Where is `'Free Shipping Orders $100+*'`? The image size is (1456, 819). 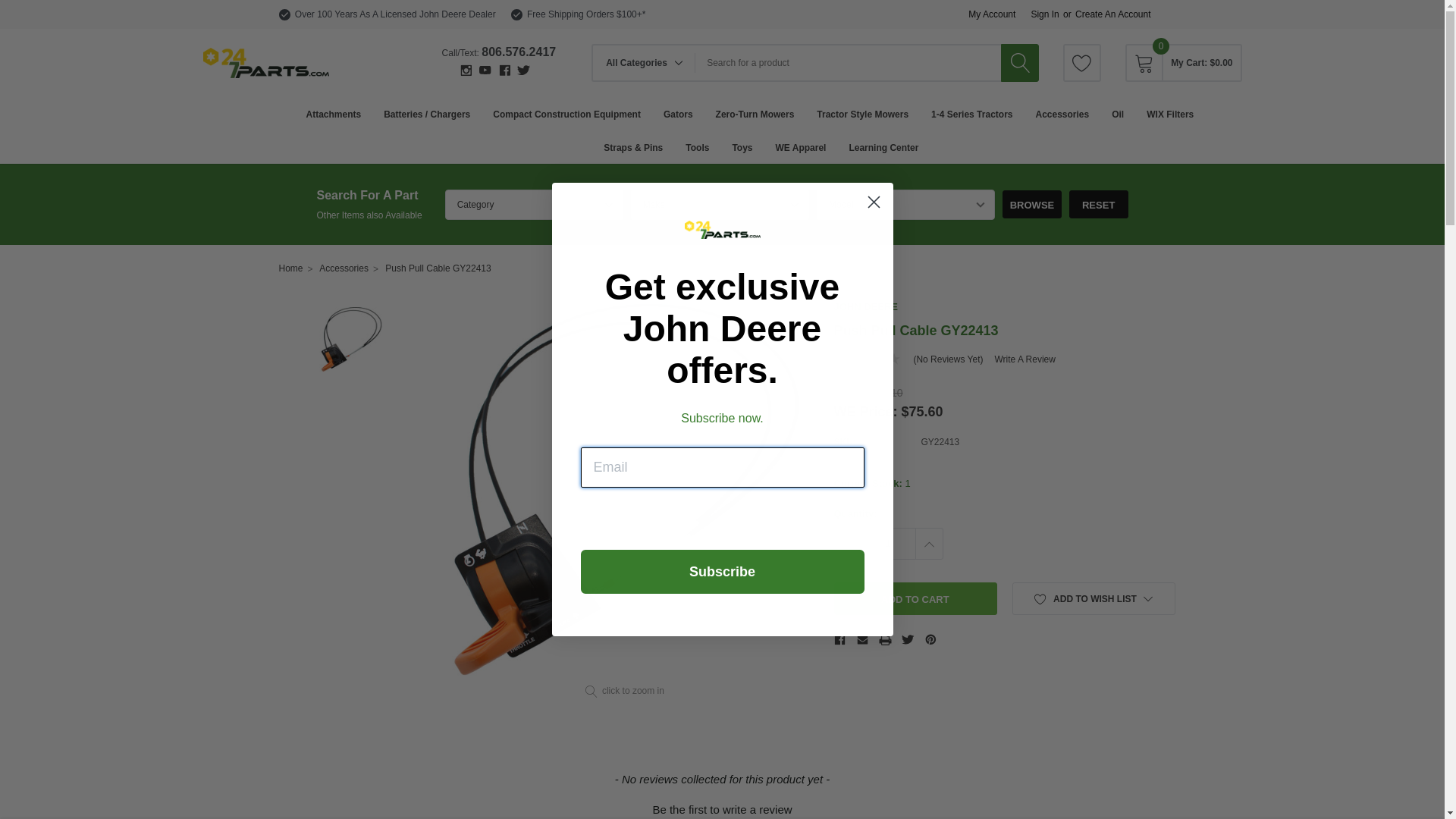 'Free Shipping Orders $100+*' is located at coordinates (585, 14).